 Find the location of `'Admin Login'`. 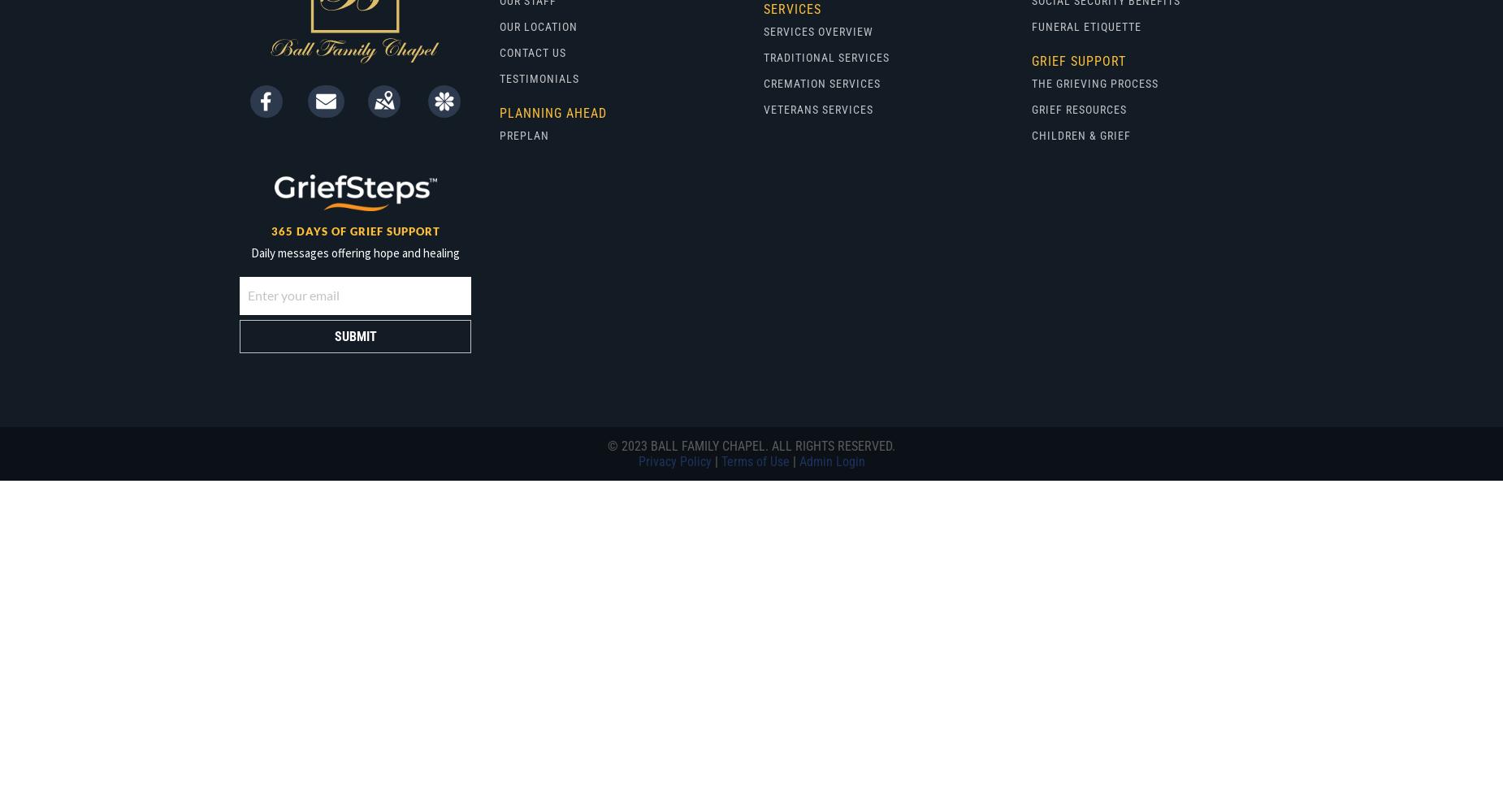

'Admin Login' is located at coordinates (830, 460).